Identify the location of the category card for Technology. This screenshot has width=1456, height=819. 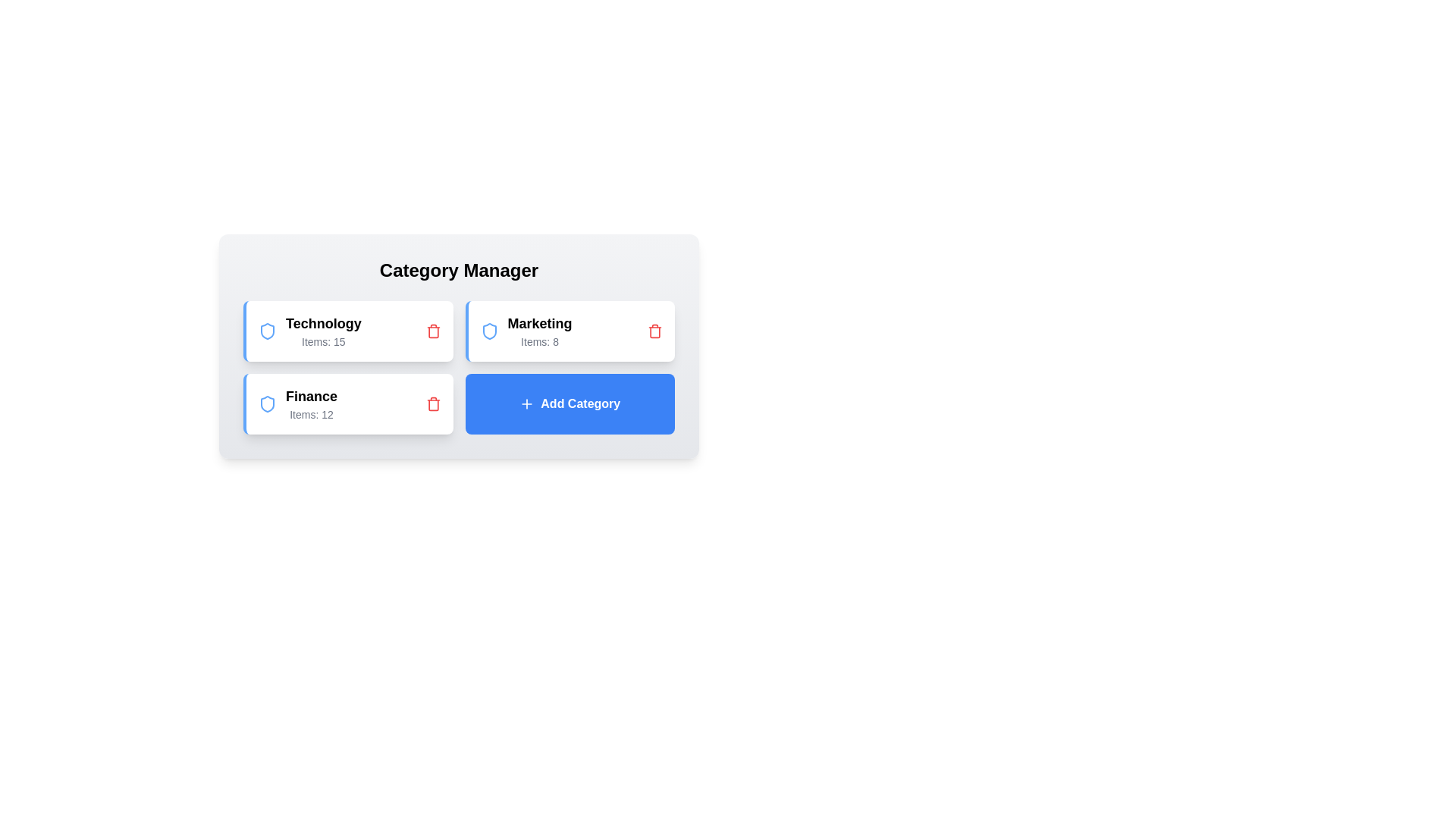
(347, 330).